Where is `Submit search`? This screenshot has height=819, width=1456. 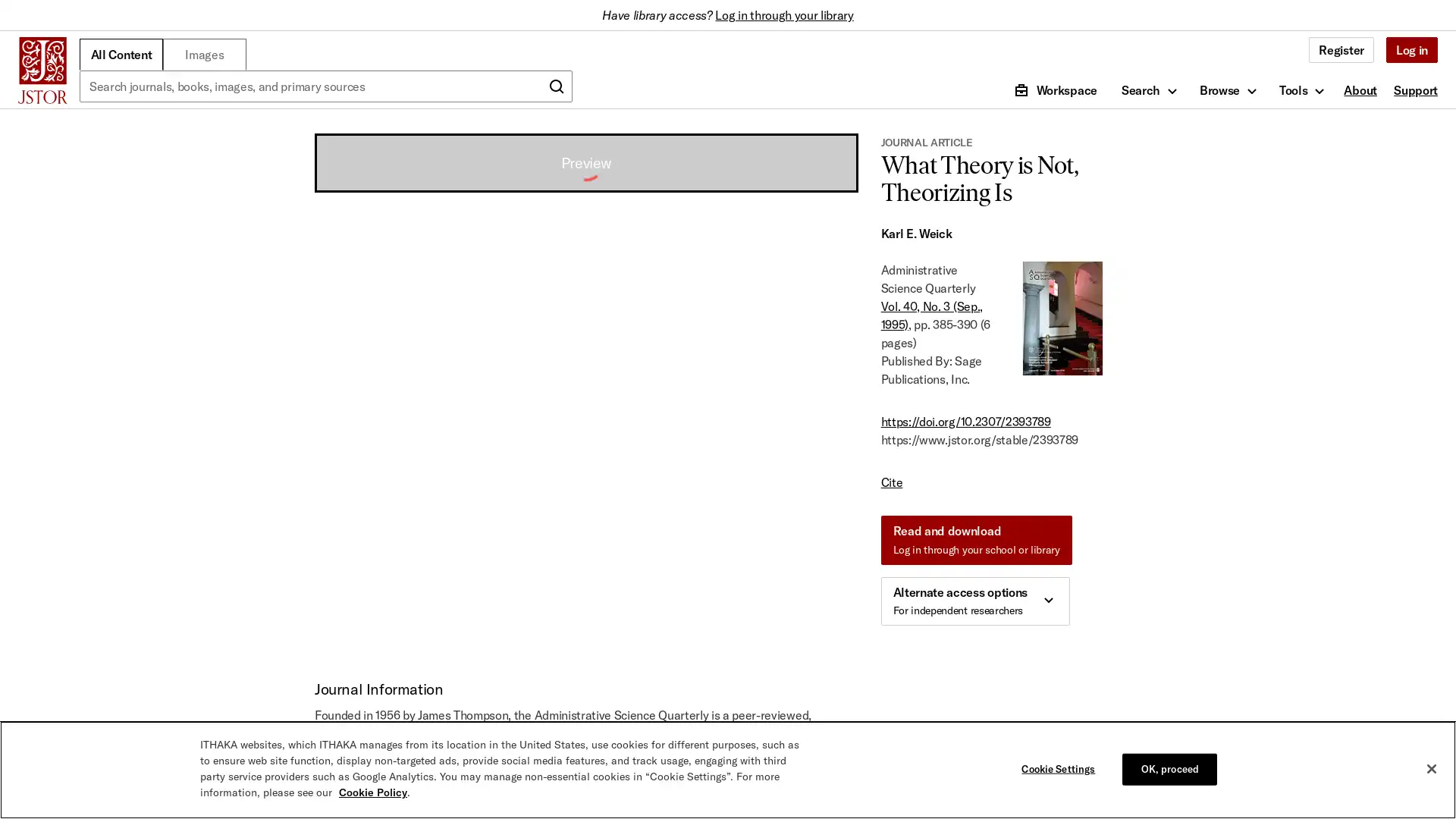
Submit search is located at coordinates (556, 86).